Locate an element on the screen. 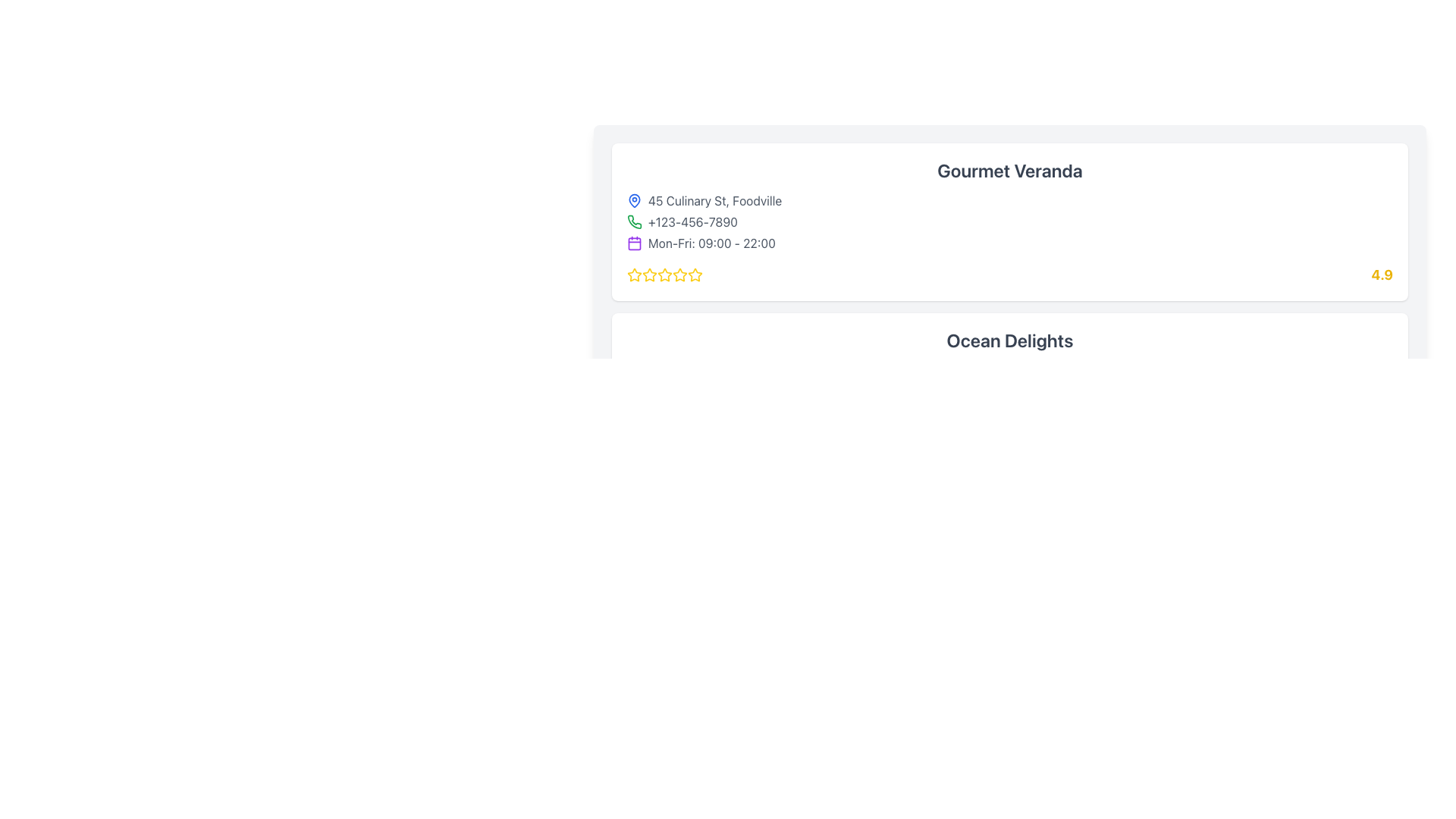 The height and width of the screenshot is (819, 1456). the schedule icon located at the top-left corner of the operational hours section, which visually indicates the accompanying text about the schedule 'Mon-Fri: 09:00 - 22:00' is located at coordinates (634, 242).